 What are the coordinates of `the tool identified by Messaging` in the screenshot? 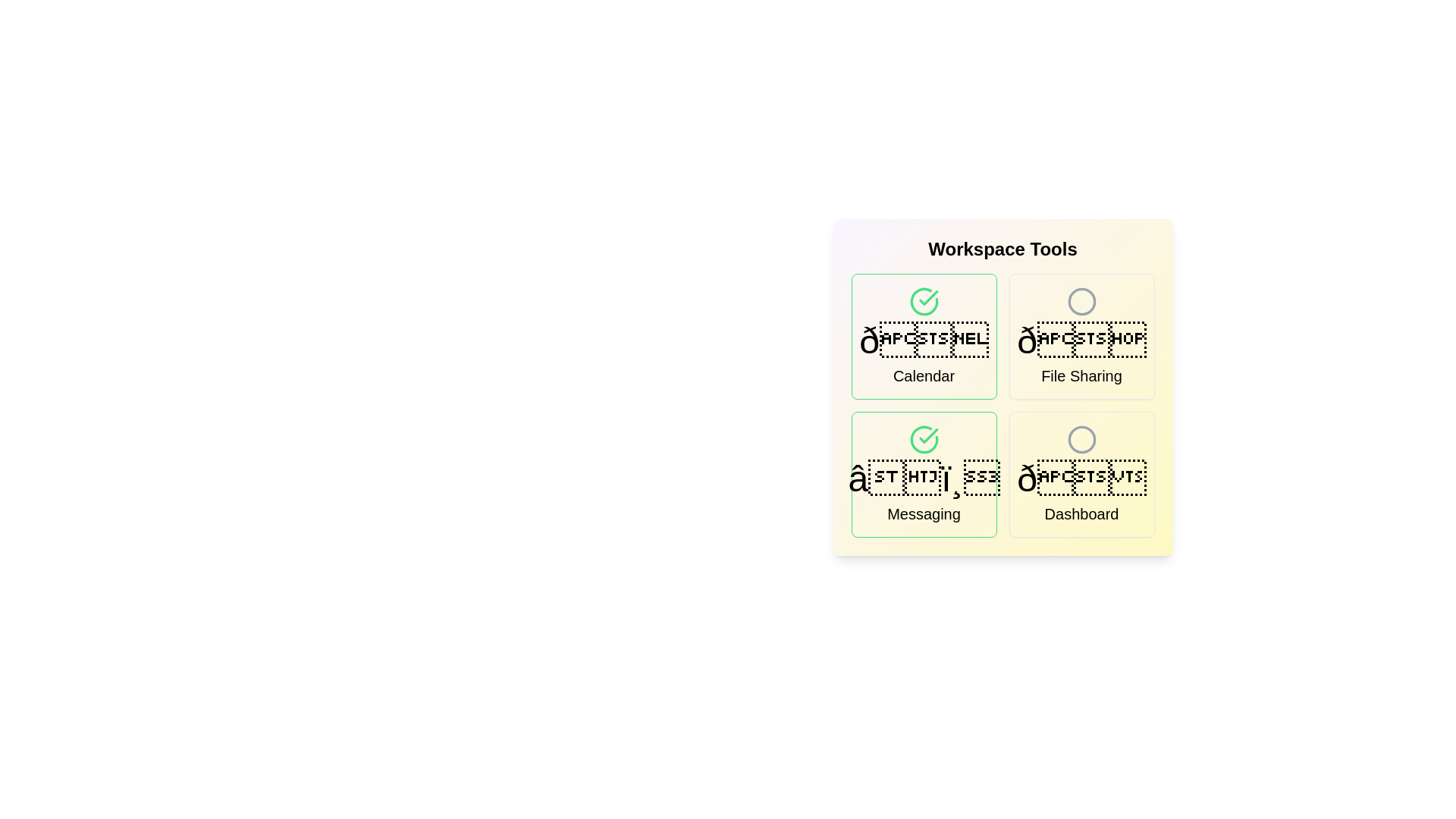 It's located at (923, 473).